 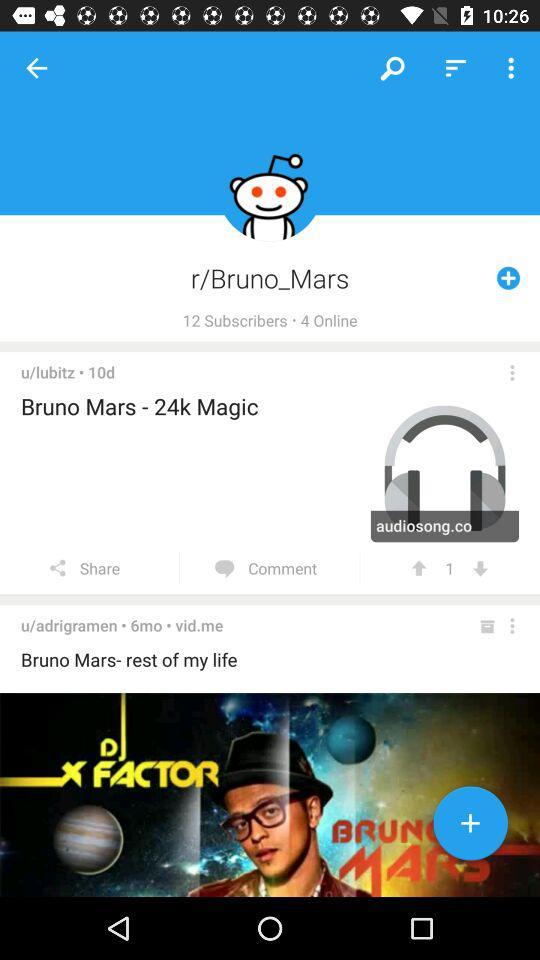 I want to click on favorite, so click(x=470, y=827).